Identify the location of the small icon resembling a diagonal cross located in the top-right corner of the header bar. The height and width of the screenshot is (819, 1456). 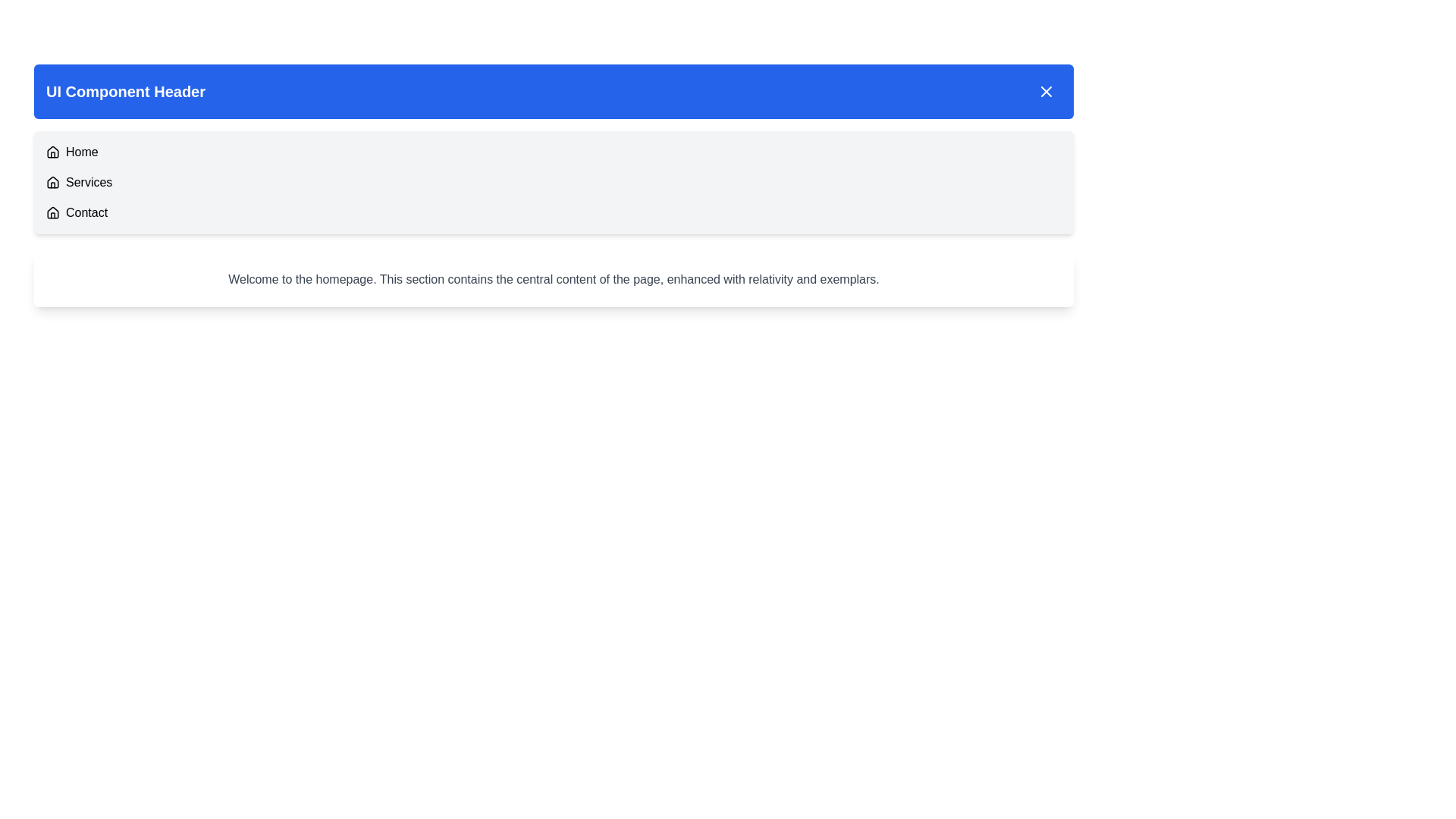
(1046, 91).